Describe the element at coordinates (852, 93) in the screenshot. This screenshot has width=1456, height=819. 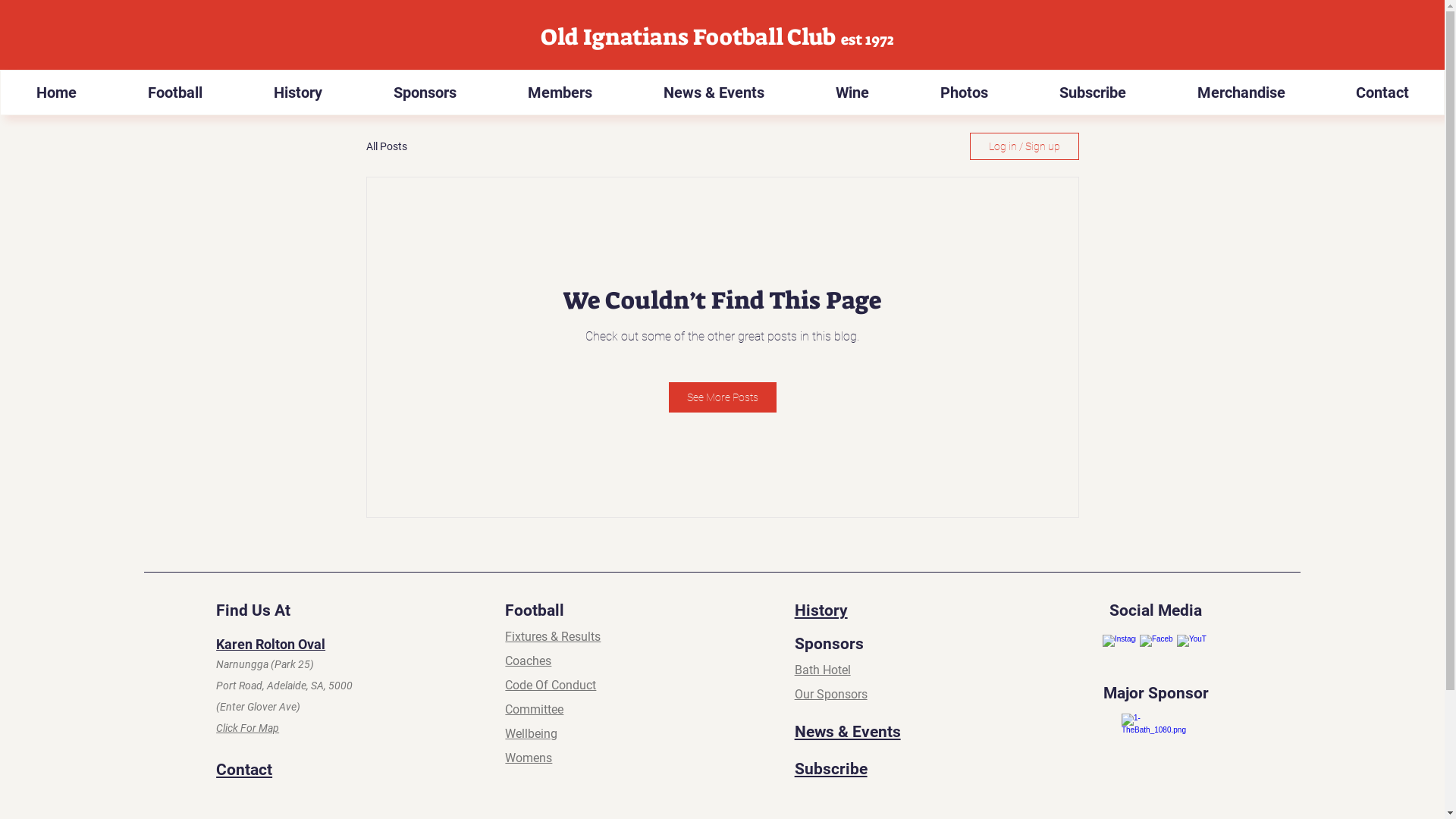
I see `'Wine'` at that location.